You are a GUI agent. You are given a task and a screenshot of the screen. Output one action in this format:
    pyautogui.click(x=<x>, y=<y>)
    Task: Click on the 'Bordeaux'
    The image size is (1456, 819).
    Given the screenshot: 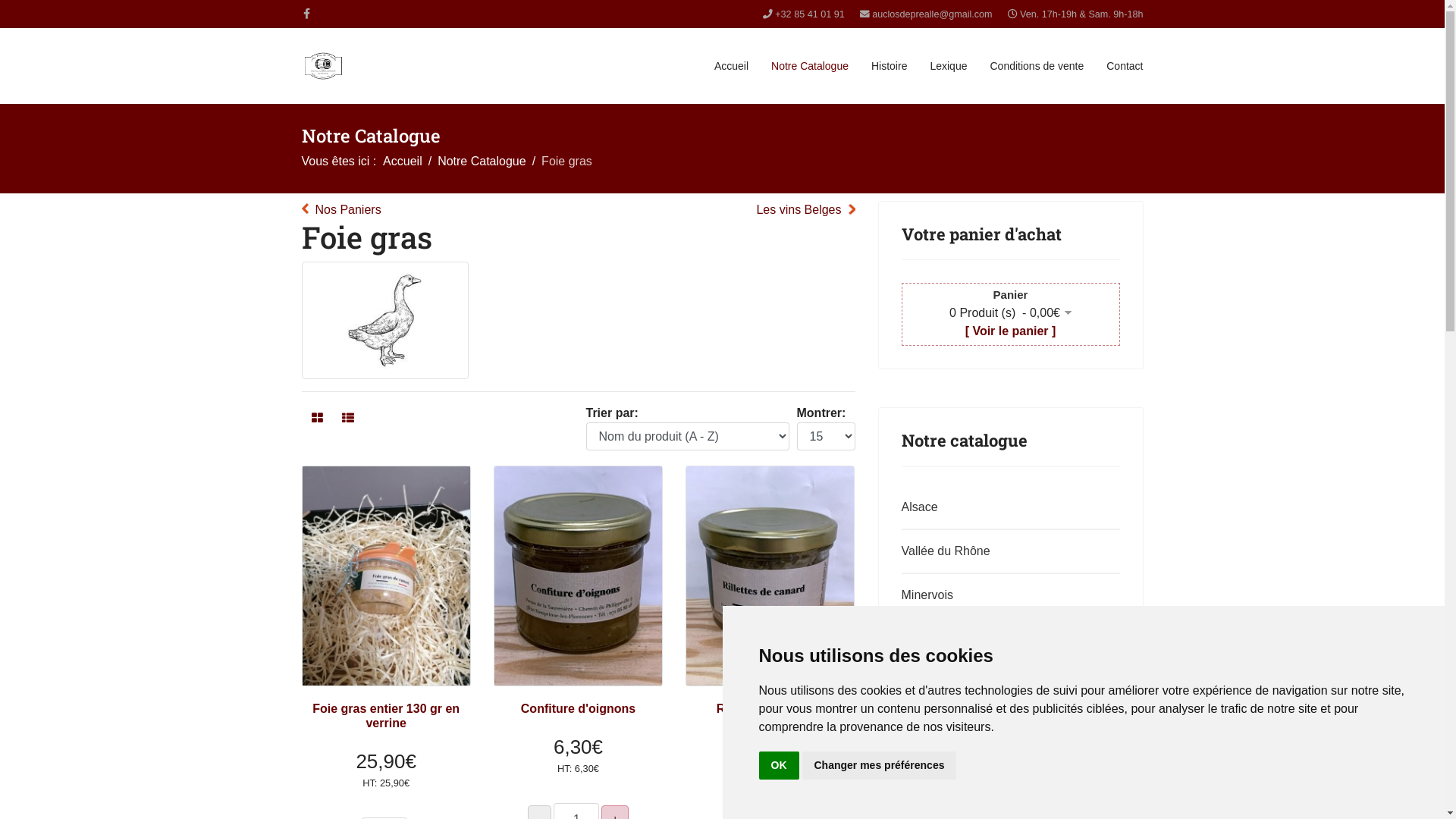 What is the action you would take?
    pyautogui.click(x=1007, y=771)
    